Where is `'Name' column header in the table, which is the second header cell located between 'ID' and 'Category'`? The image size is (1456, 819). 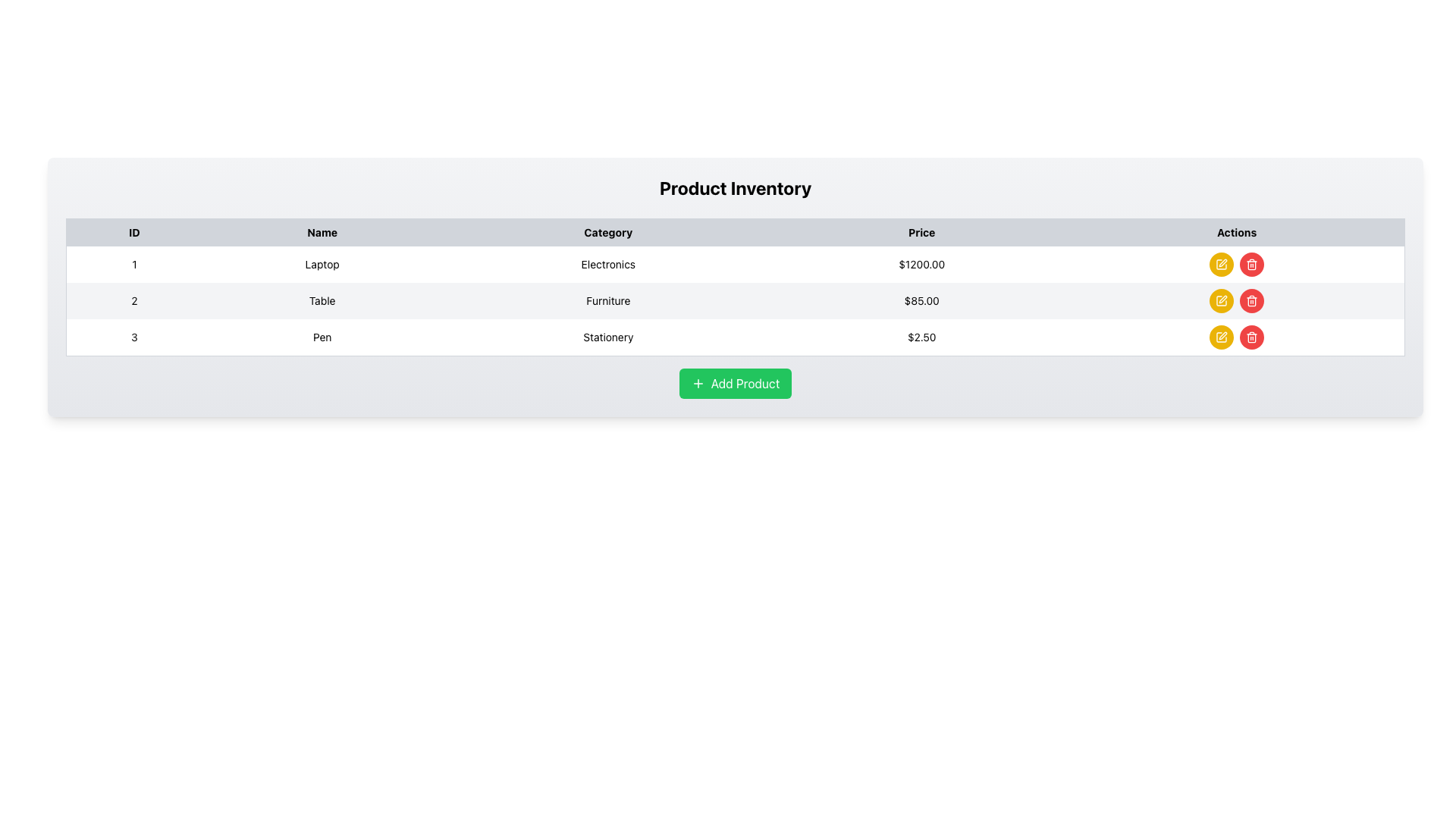
'Name' column header in the table, which is the second header cell located between 'ID' and 'Category' is located at coordinates (322, 232).